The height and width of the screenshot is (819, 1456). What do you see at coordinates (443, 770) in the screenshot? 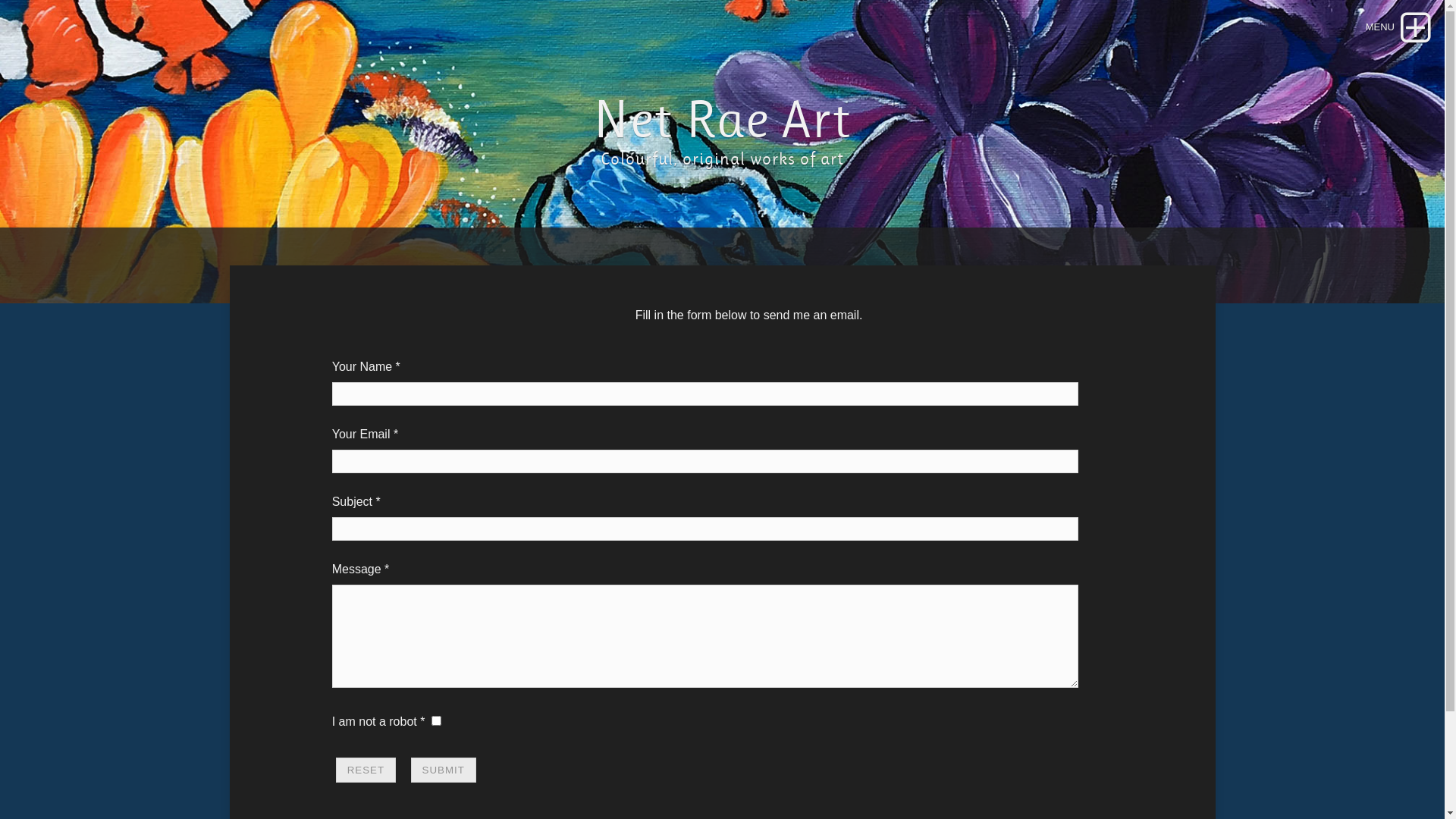
I see `'Submit'` at bounding box center [443, 770].